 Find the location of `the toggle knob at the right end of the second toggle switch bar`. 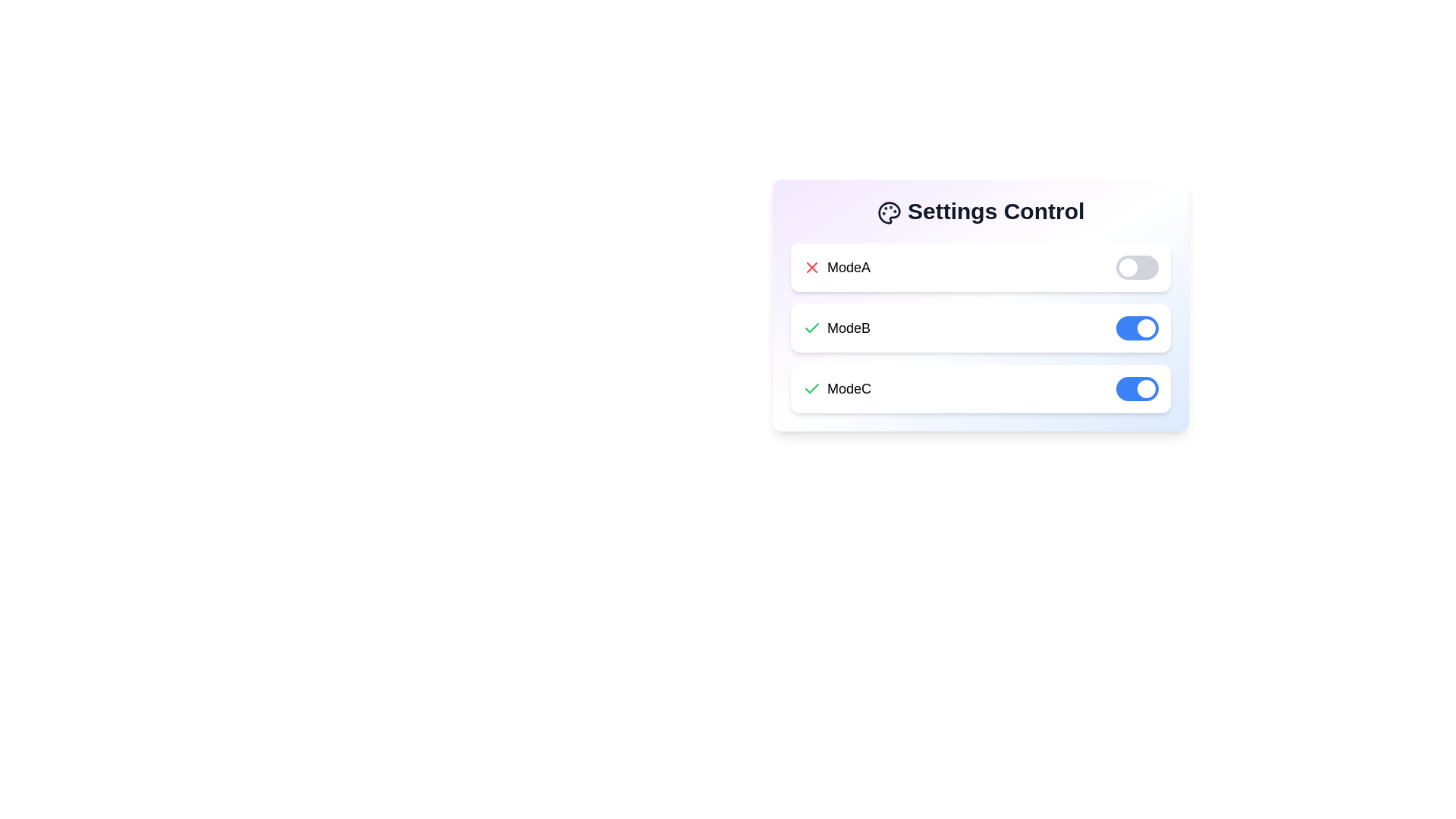

the toggle knob at the right end of the second toggle switch bar is located at coordinates (1147, 328).